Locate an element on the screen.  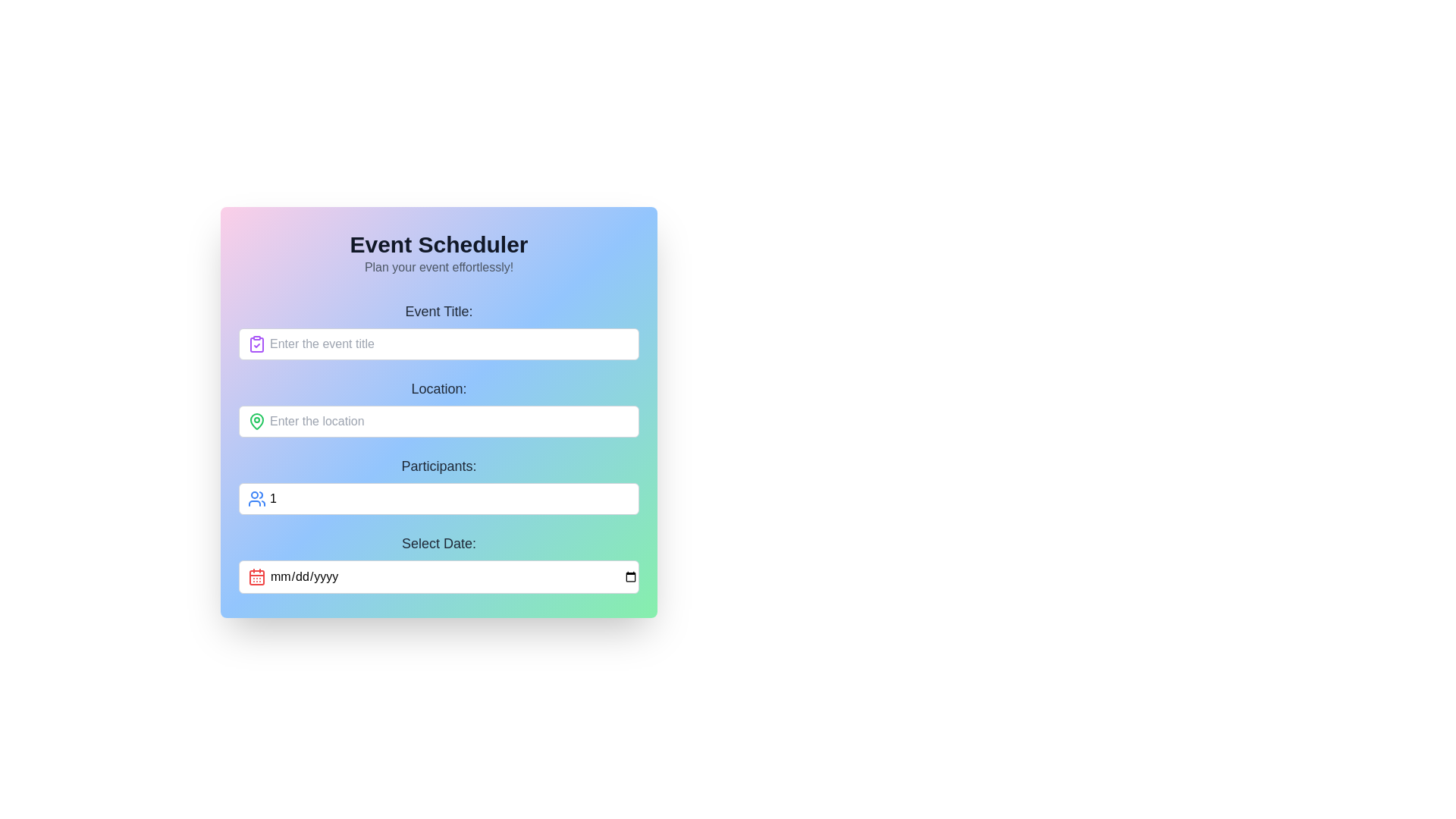
the date input field with a light gray border and rounded corners to focus on it is located at coordinates (438, 576).